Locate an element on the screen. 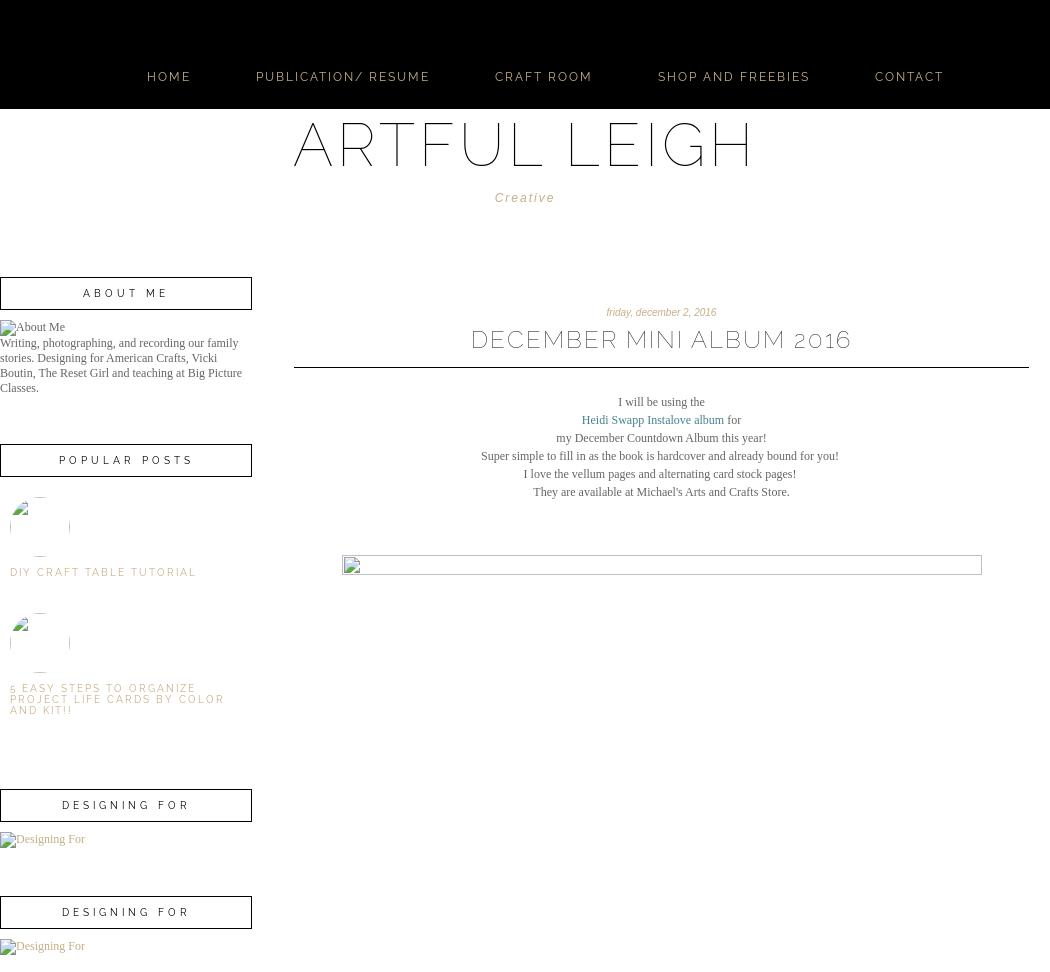 This screenshot has width=1050, height=972. 'Writing, photographing, and recording our family stories. Designing for American Crafts, Vicki Boutin, The Reset Girl and teaching at Big Picture Classes.' is located at coordinates (0, 365).